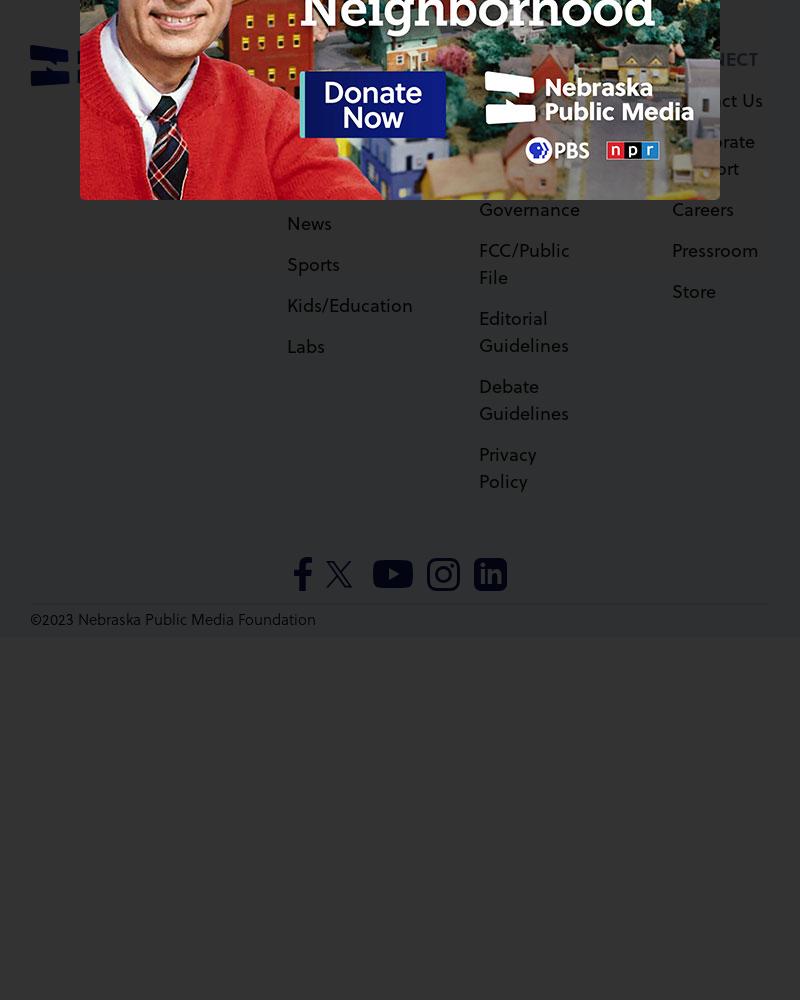 The image size is (800, 1000). Describe the element at coordinates (311, 97) in the screenshot. I see `'Watch'` at that location.